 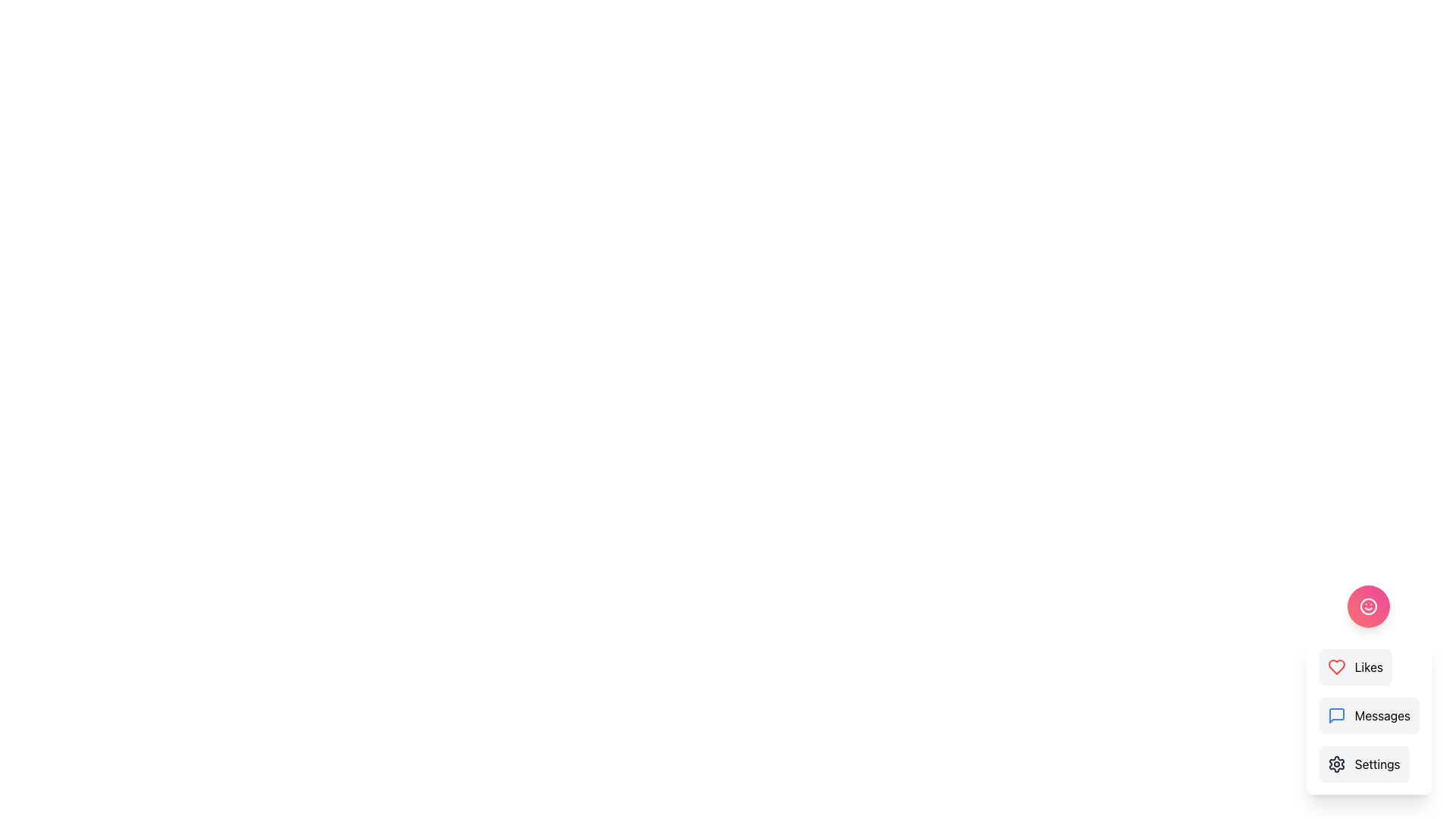 I want to click on the 'Settings' button with a gear icon, so click(x=1363, y=764).